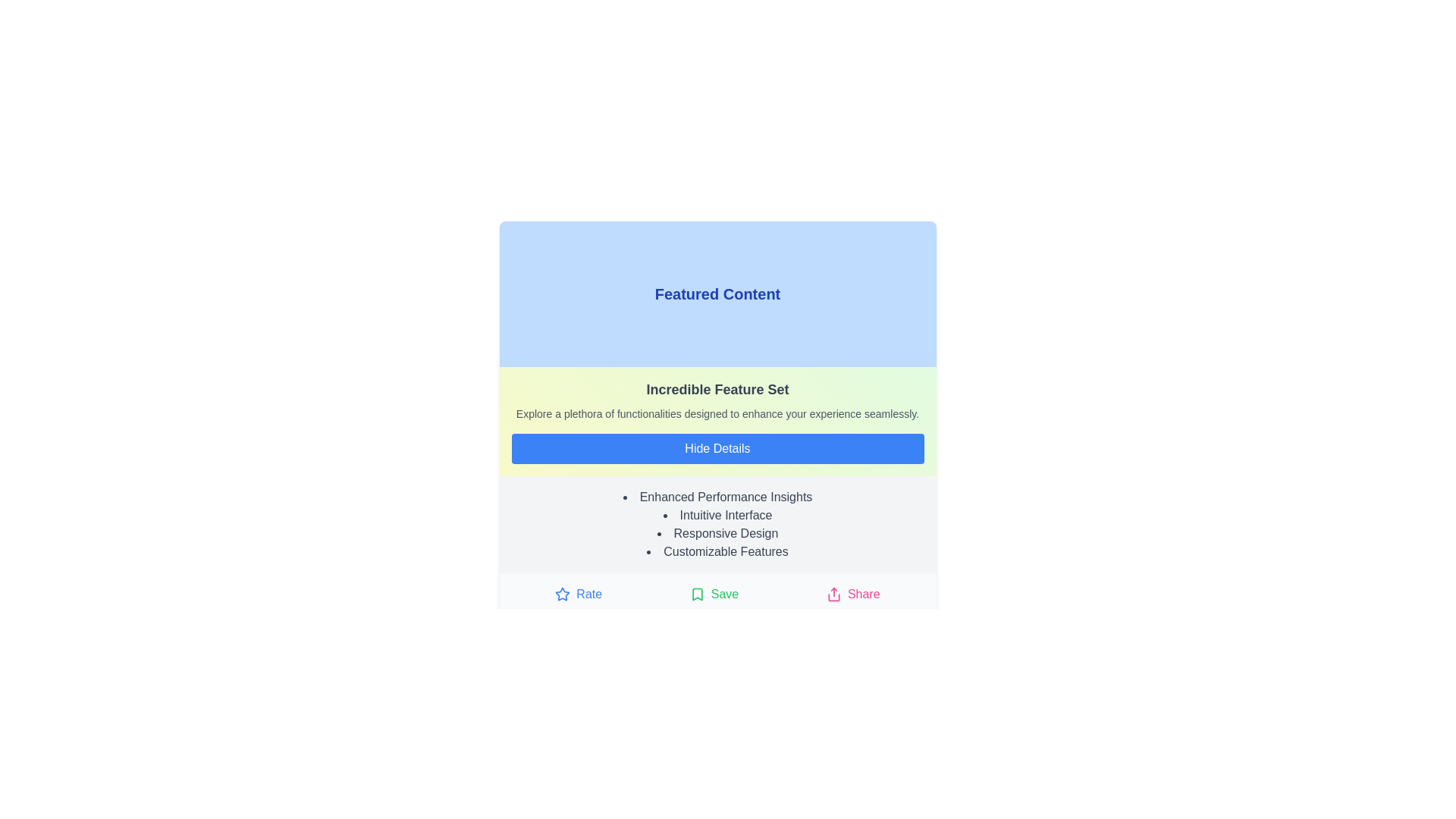 This screenshot has height=819, width=1456. What do you see at coordinates (717, 388) in the screenshot?
I see `the prominent heading or title text that summarizes the content within the section, located above the descriptive text and below the header labeled 'Featured Content'` at bounding box center [717, 388].